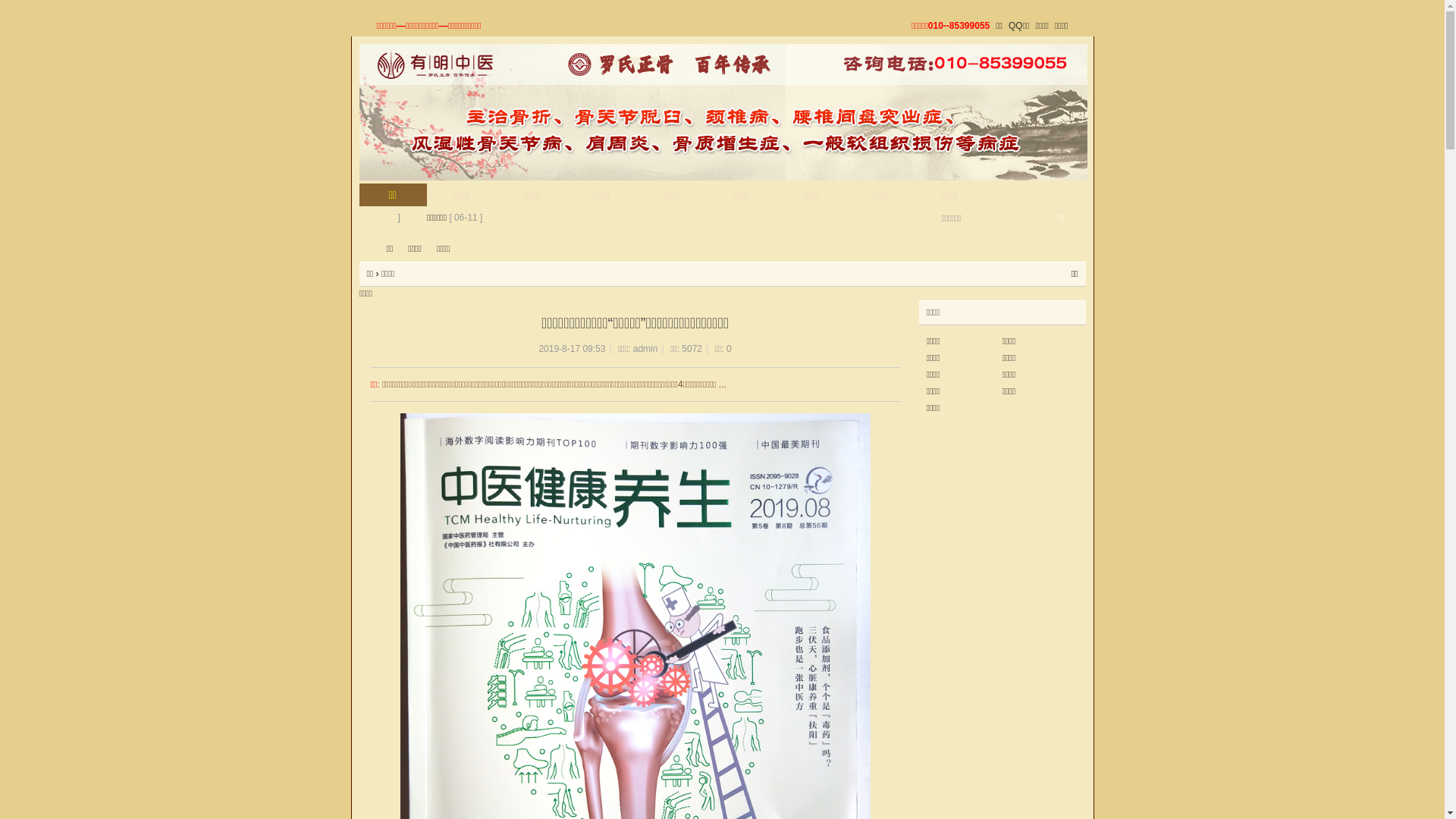  I want to click on 'admin', so click(645, 348).